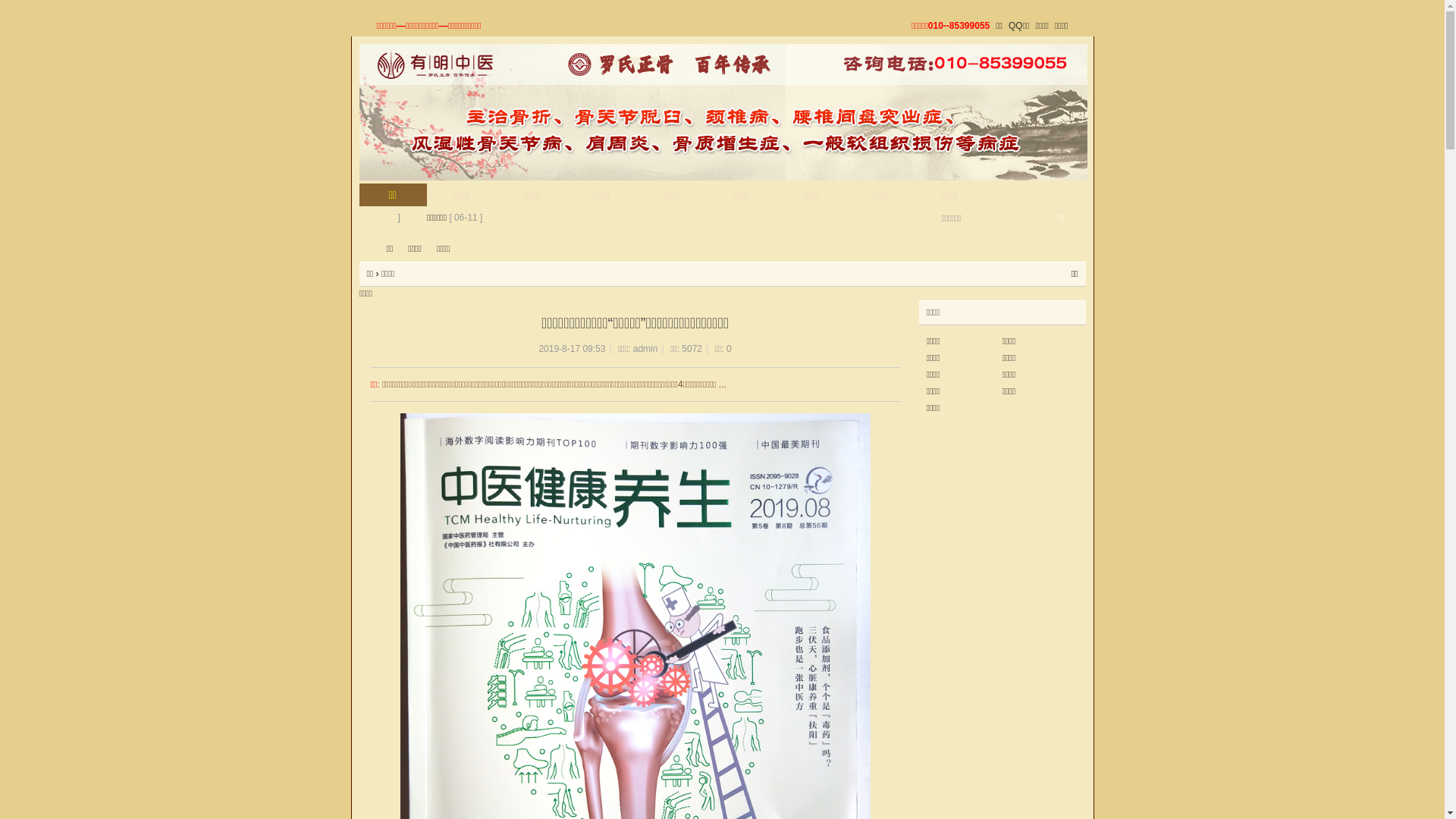  I want to click on 'admin', so click(645, 348).